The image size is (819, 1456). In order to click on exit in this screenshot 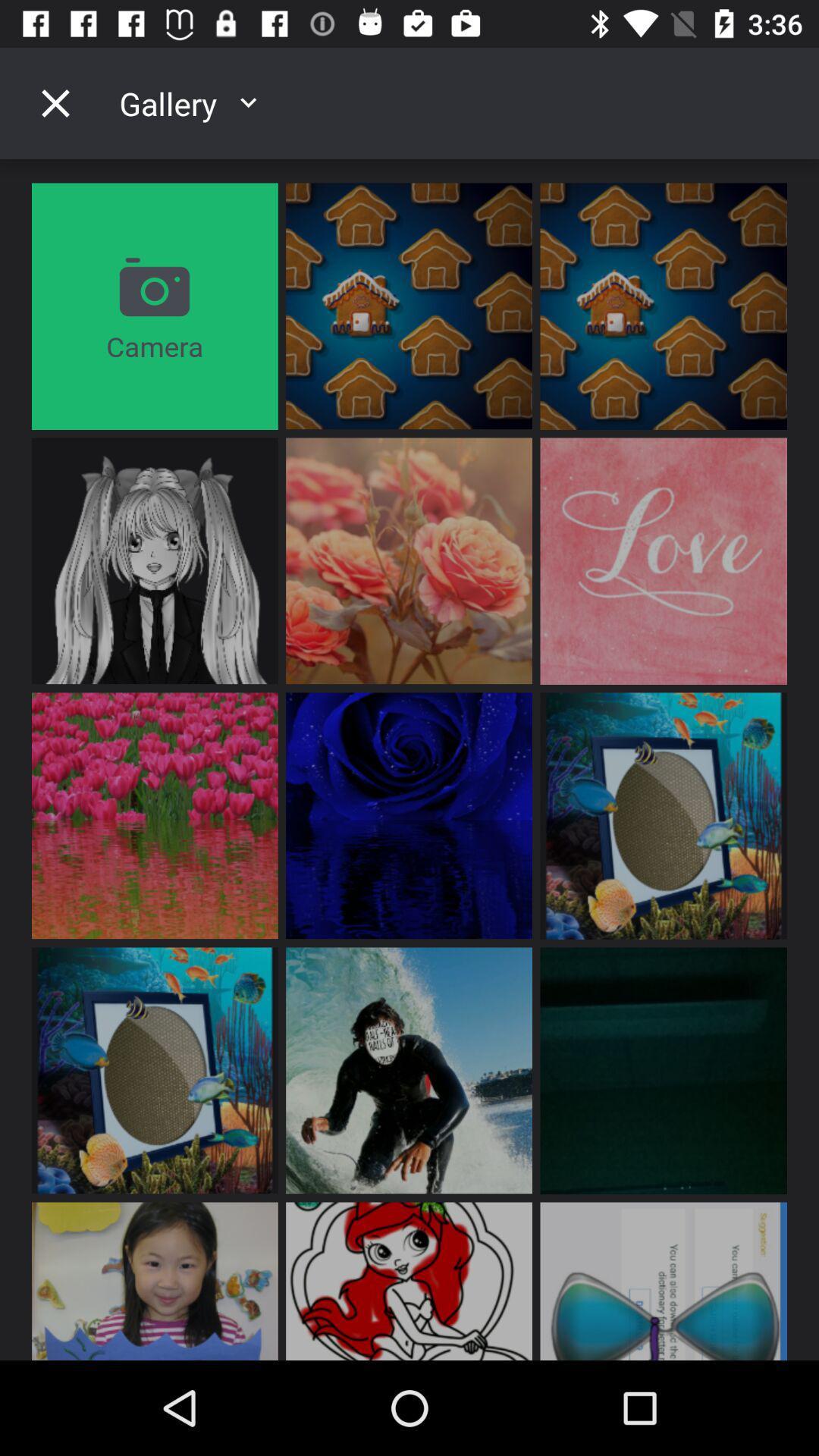, I will do `click(55, 102)`.